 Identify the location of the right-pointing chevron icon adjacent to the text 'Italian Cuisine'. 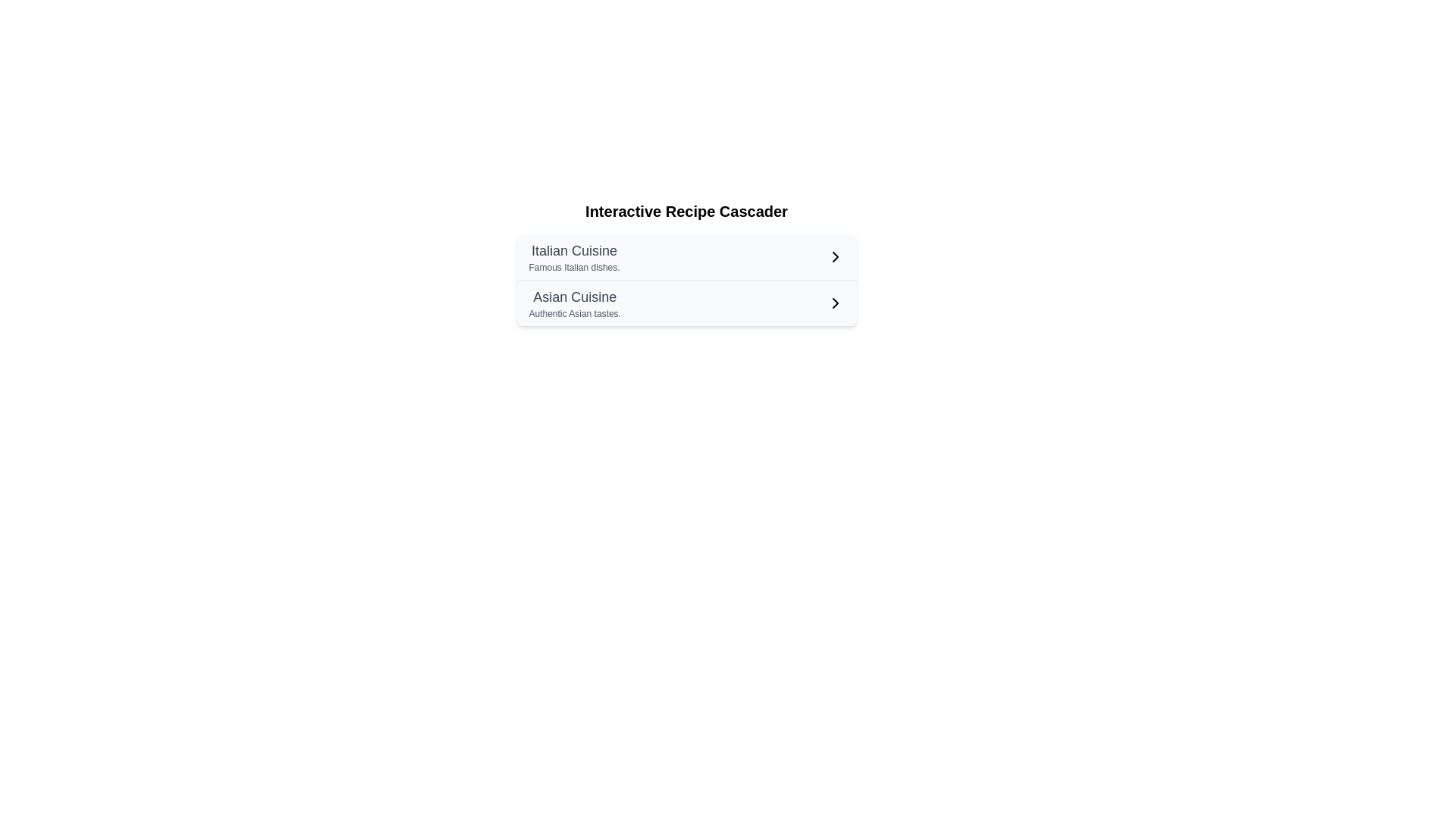
(834, 256).